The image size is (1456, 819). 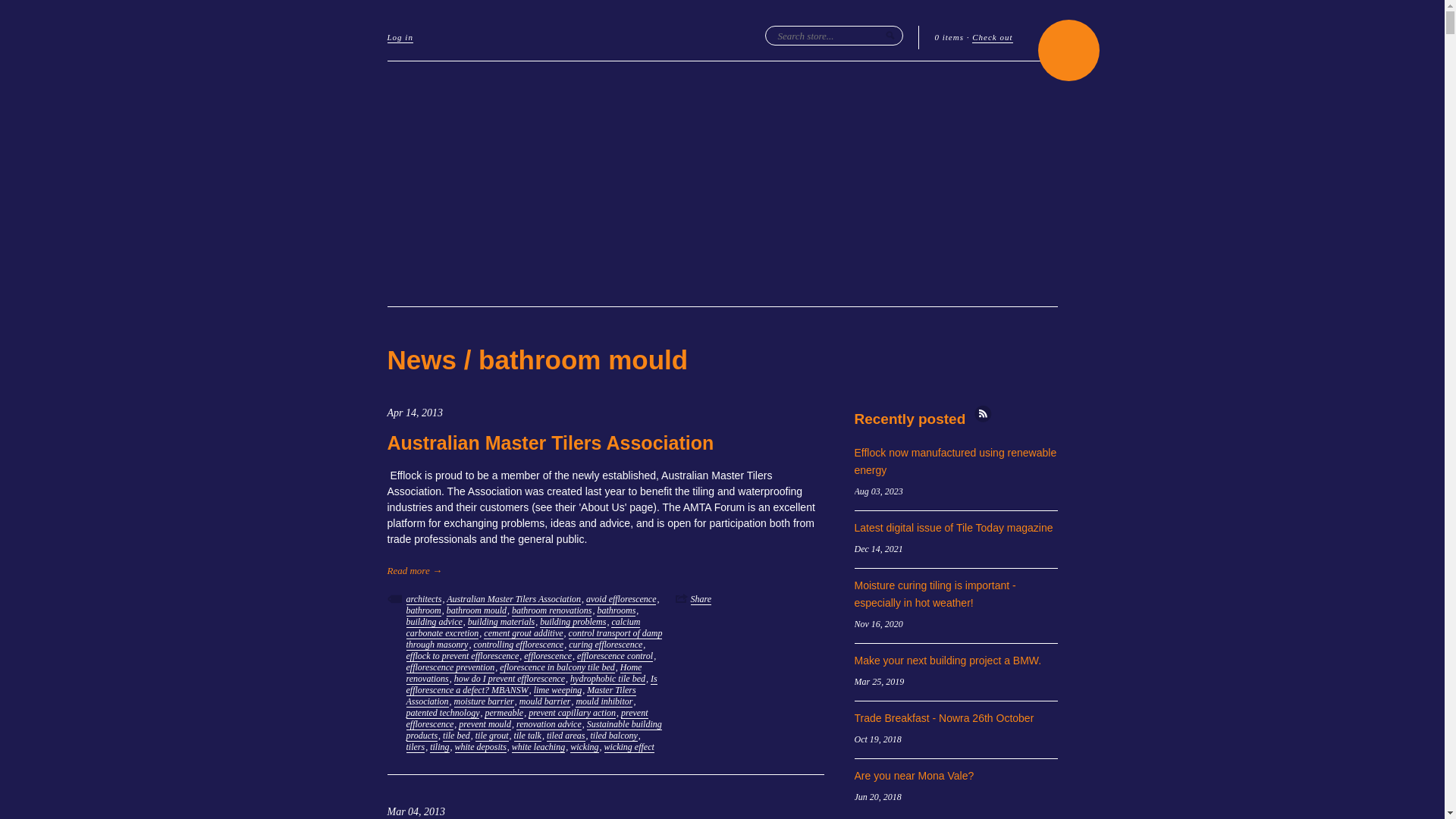 What do you see at coordinates (512, 746) in the screenshot?
I see `'white leaching'` at bounding box center [512, 746].